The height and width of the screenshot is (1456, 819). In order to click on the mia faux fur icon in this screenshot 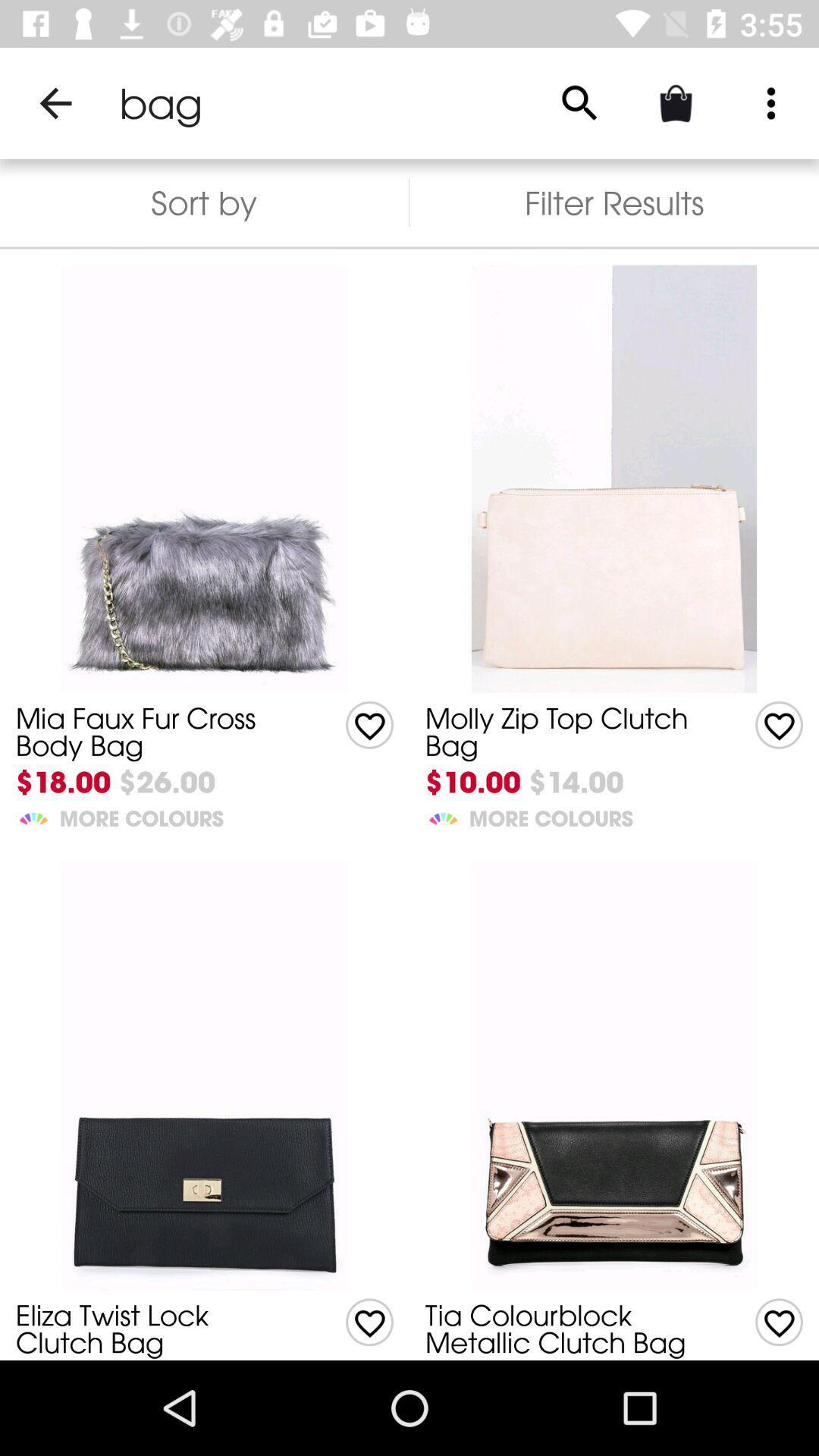, I will do `click(157, 732)`.